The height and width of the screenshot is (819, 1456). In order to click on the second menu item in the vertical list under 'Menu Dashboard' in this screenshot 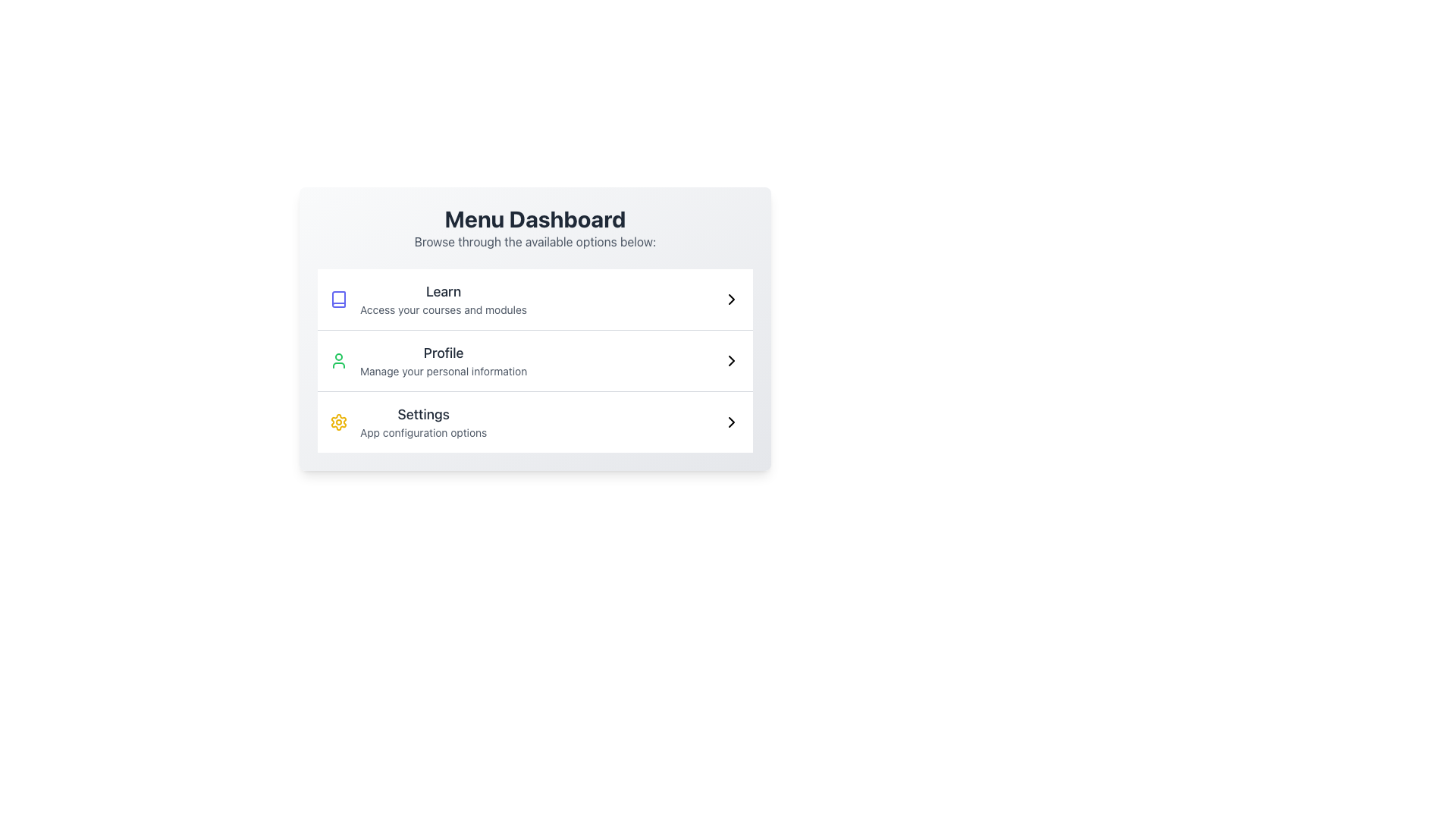, I will do `click(535, 360)`.